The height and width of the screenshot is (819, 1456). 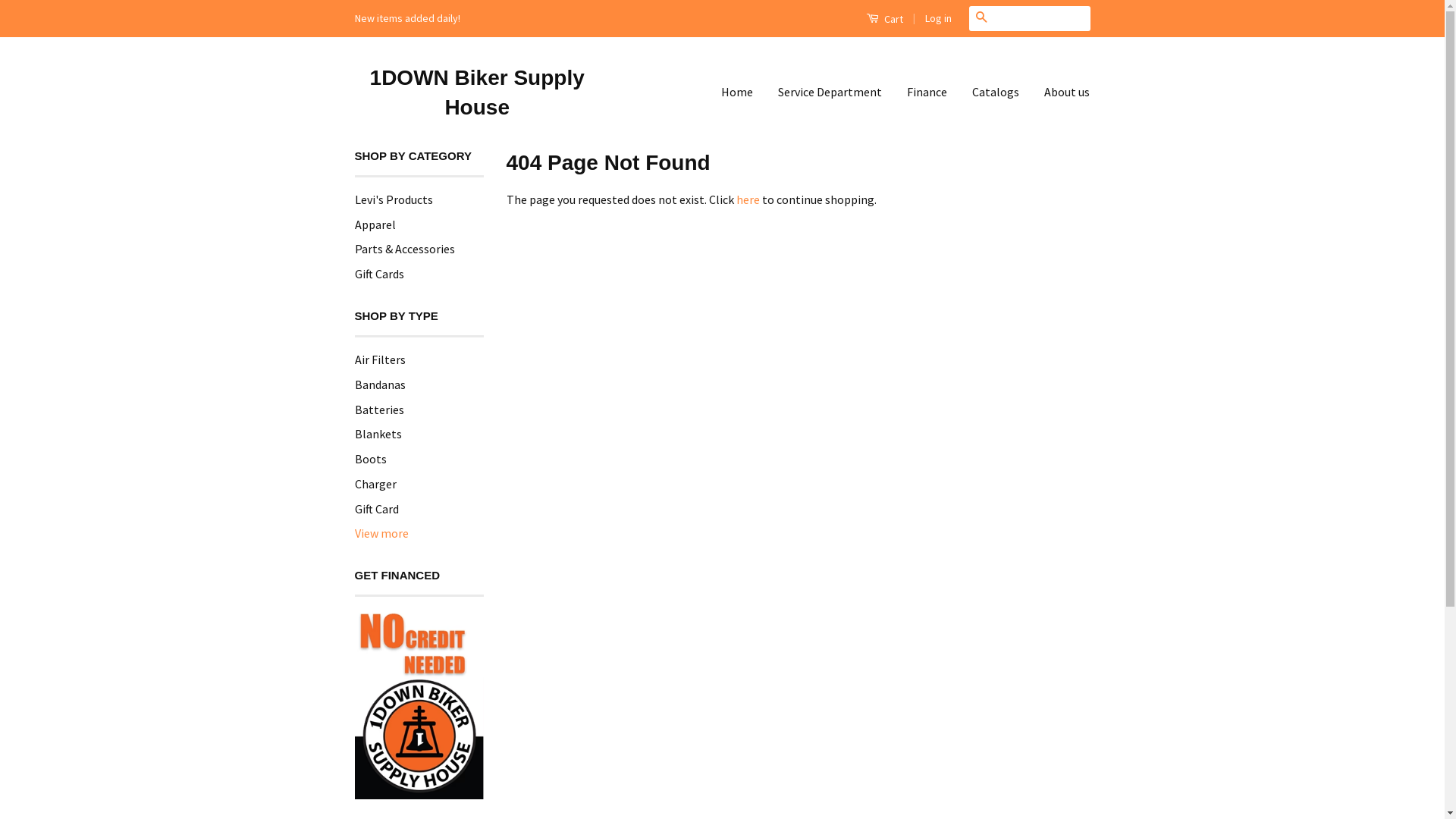 What do you see at coordinates (353, 383) in the screenshot?
I see `'Bandanas'` at bounding box center [353, 383].